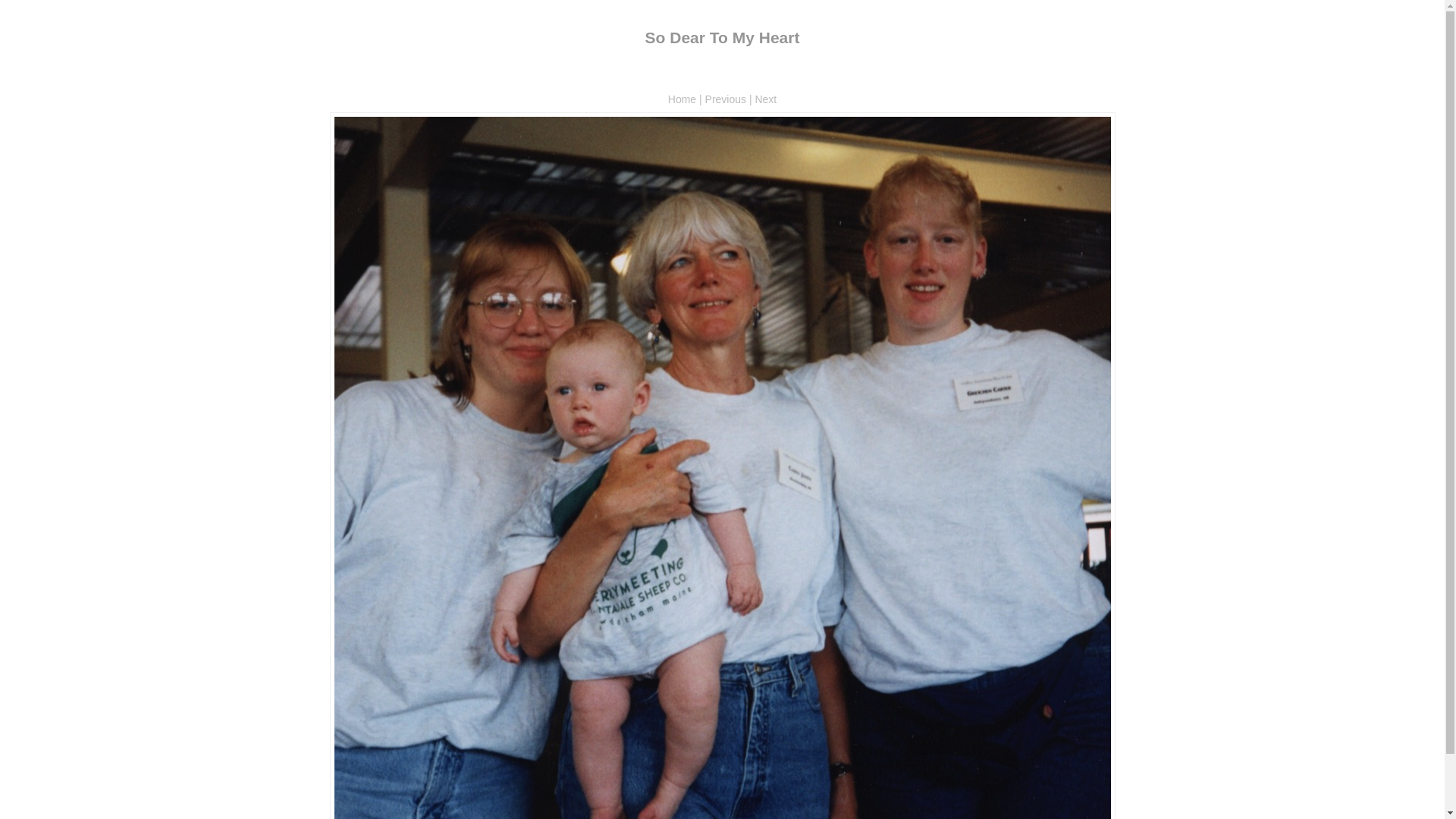  What do you see at coordinates (667, 99) in the screenshot?
I see `'Home'` at bounding box center [667, 99].